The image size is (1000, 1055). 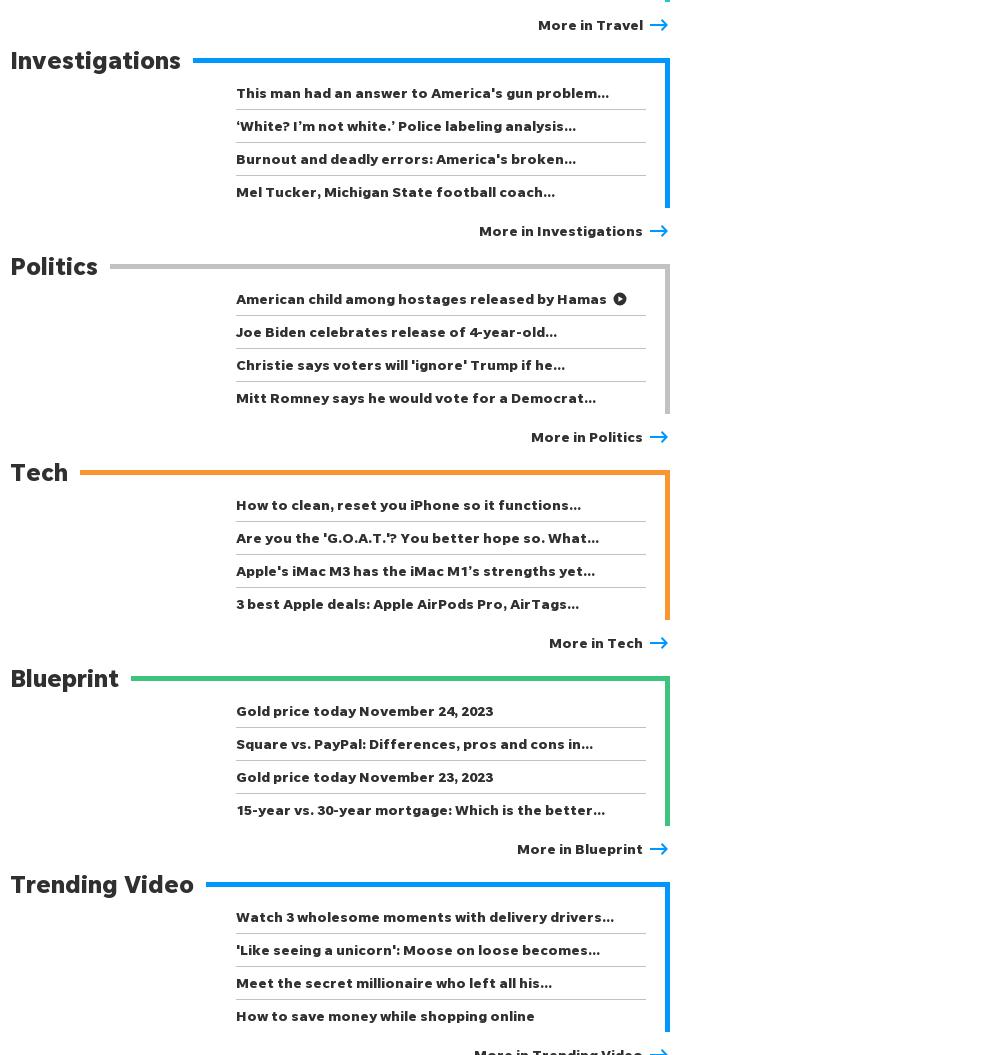 What do you see at coordinates (363, 775) in the screenshot?
I see `'Gold price today November 23, 2023'` at bounding box center [363, 775].